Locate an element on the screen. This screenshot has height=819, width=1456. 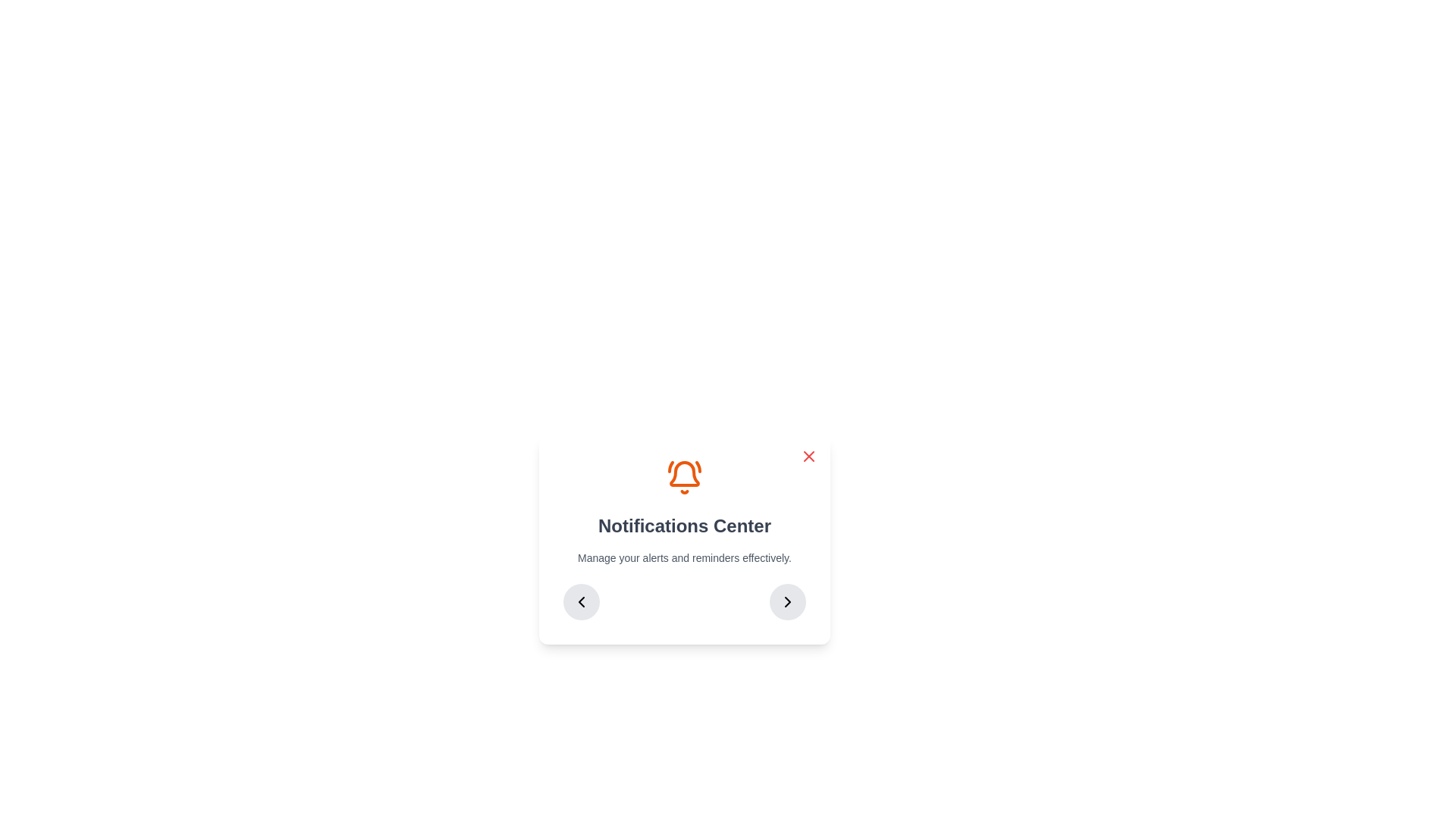
the rightmost stroke of the ringing bell within the orange bell icon in the 'Notifications Center' dialog box is located at coordinates (698, 466).